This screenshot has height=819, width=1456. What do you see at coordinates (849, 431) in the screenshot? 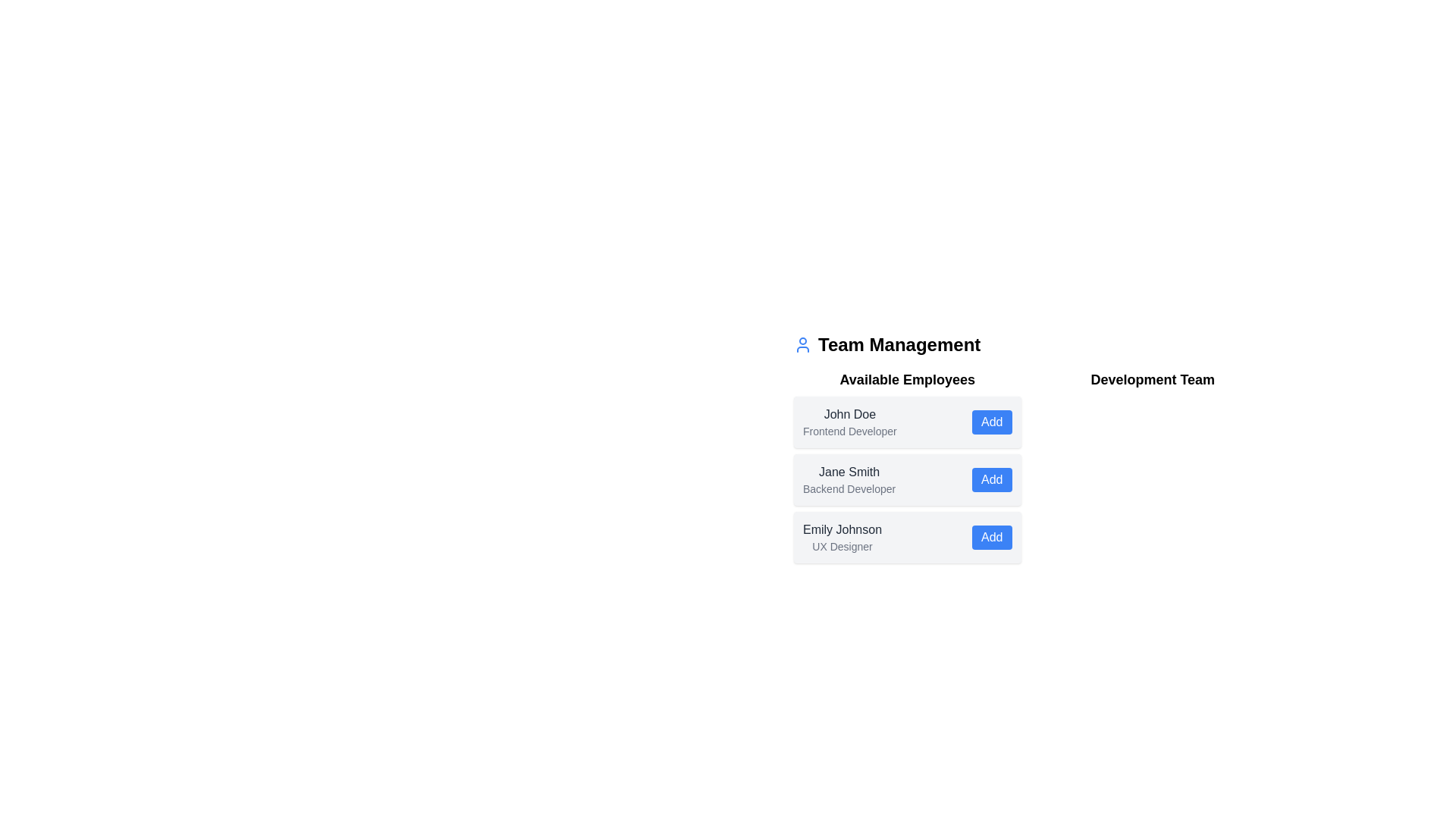
I see `the text label stating 'Frontend Developer' located below 'John Doe' in the 'Available Employees' section of the left panel` at bounding box center [849, 431].